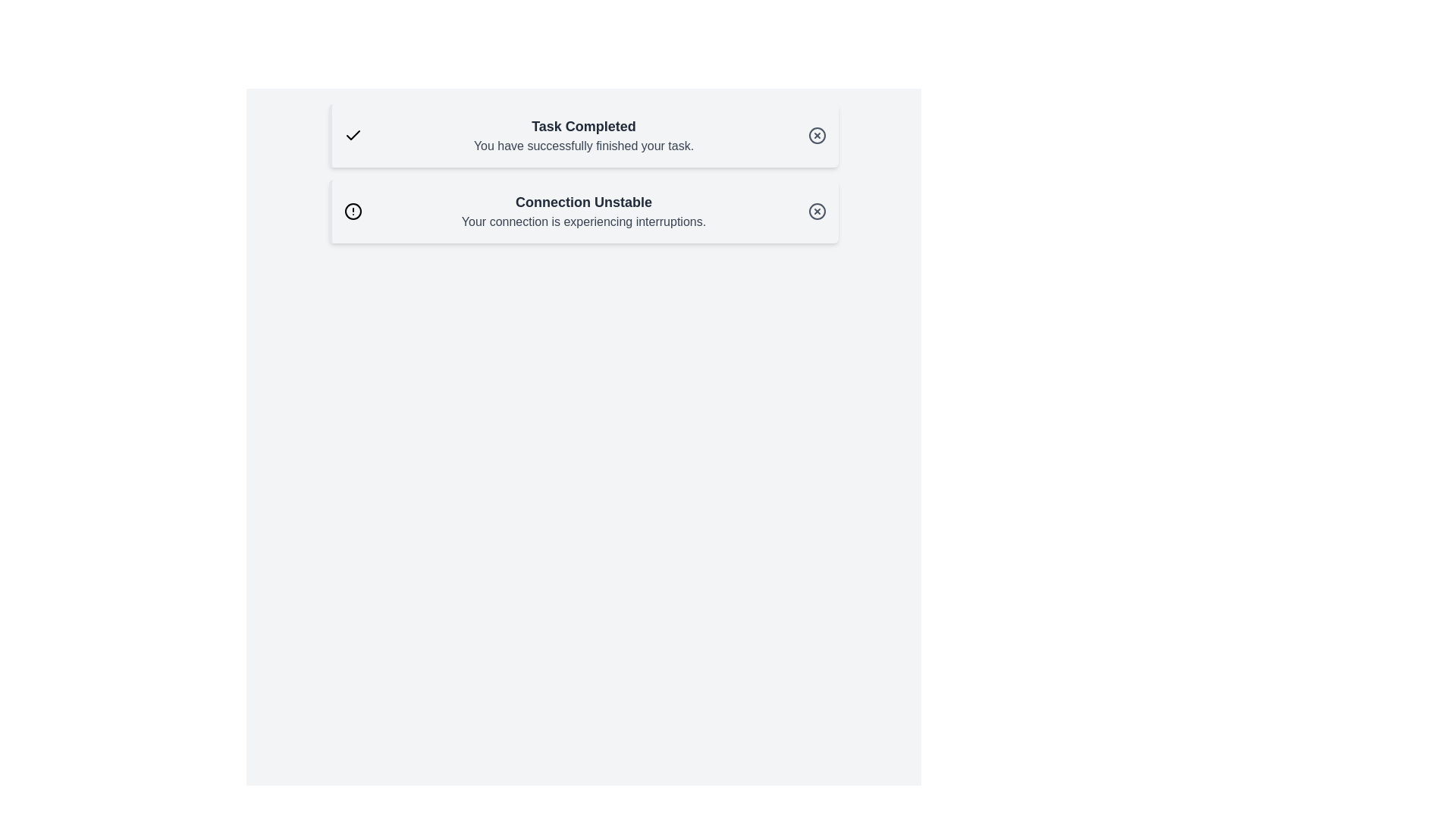 The height and width of the screenshot is (819, 1456). What do you see at coordinates (582, 211) in the screenshot?
I see `notification message that states 'Connection Unstable' and 'Your connection is experiencing interruptions.'` at bounding box center [582, 211].